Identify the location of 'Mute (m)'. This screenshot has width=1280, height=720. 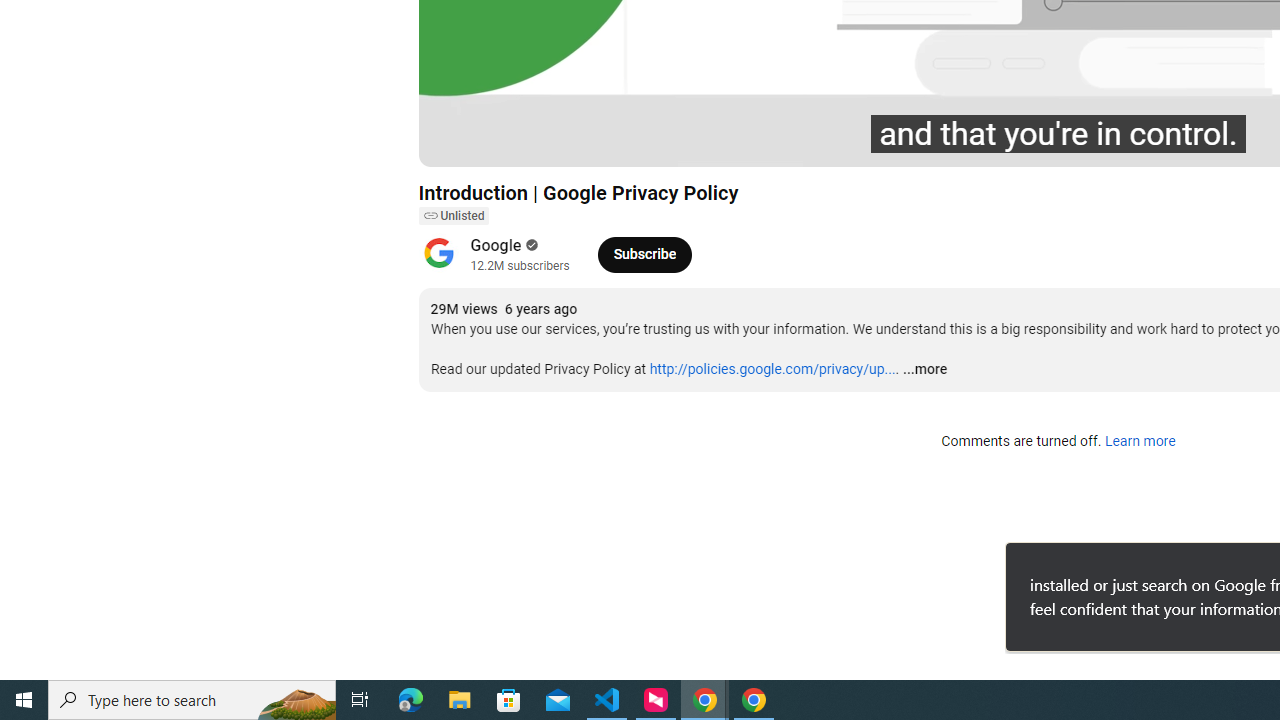
(548, 141).